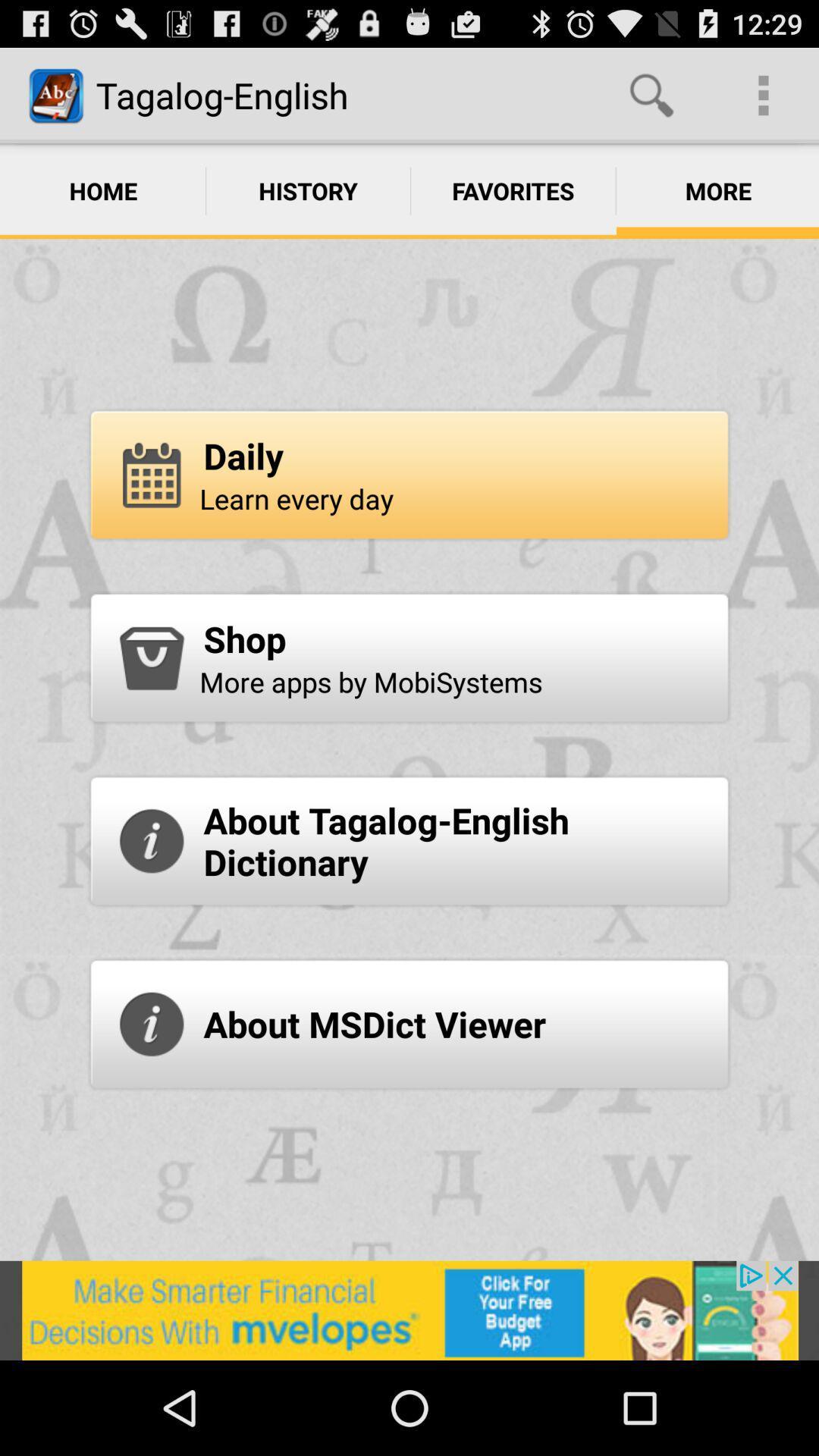 This screenshot has width=819, height=1456. Describe the element at coordinates (152, 658) in the screenshot. I see `the icon which says shop` at that location.